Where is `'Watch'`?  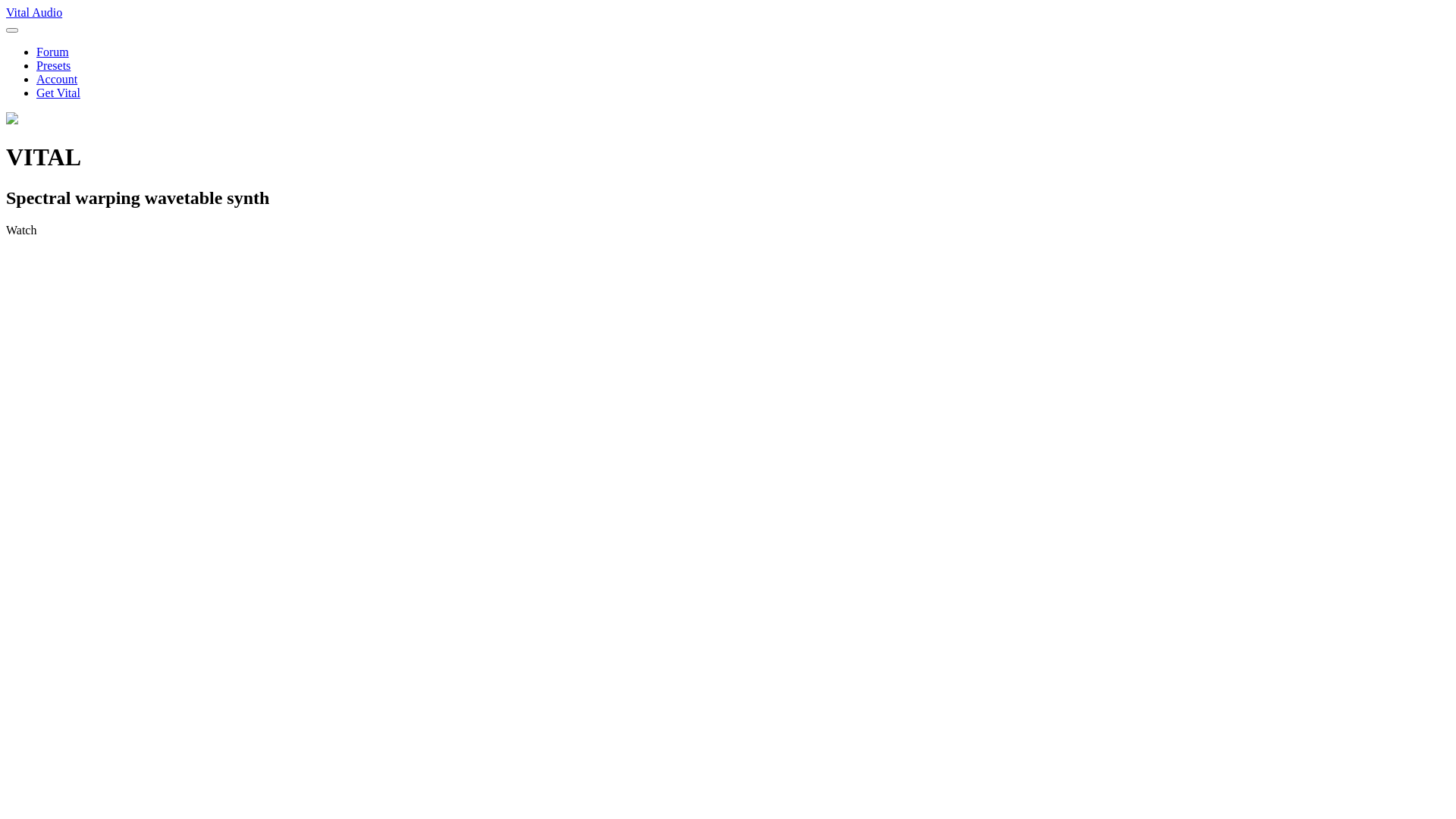 'Watch' is located at coordinates (728, 231).